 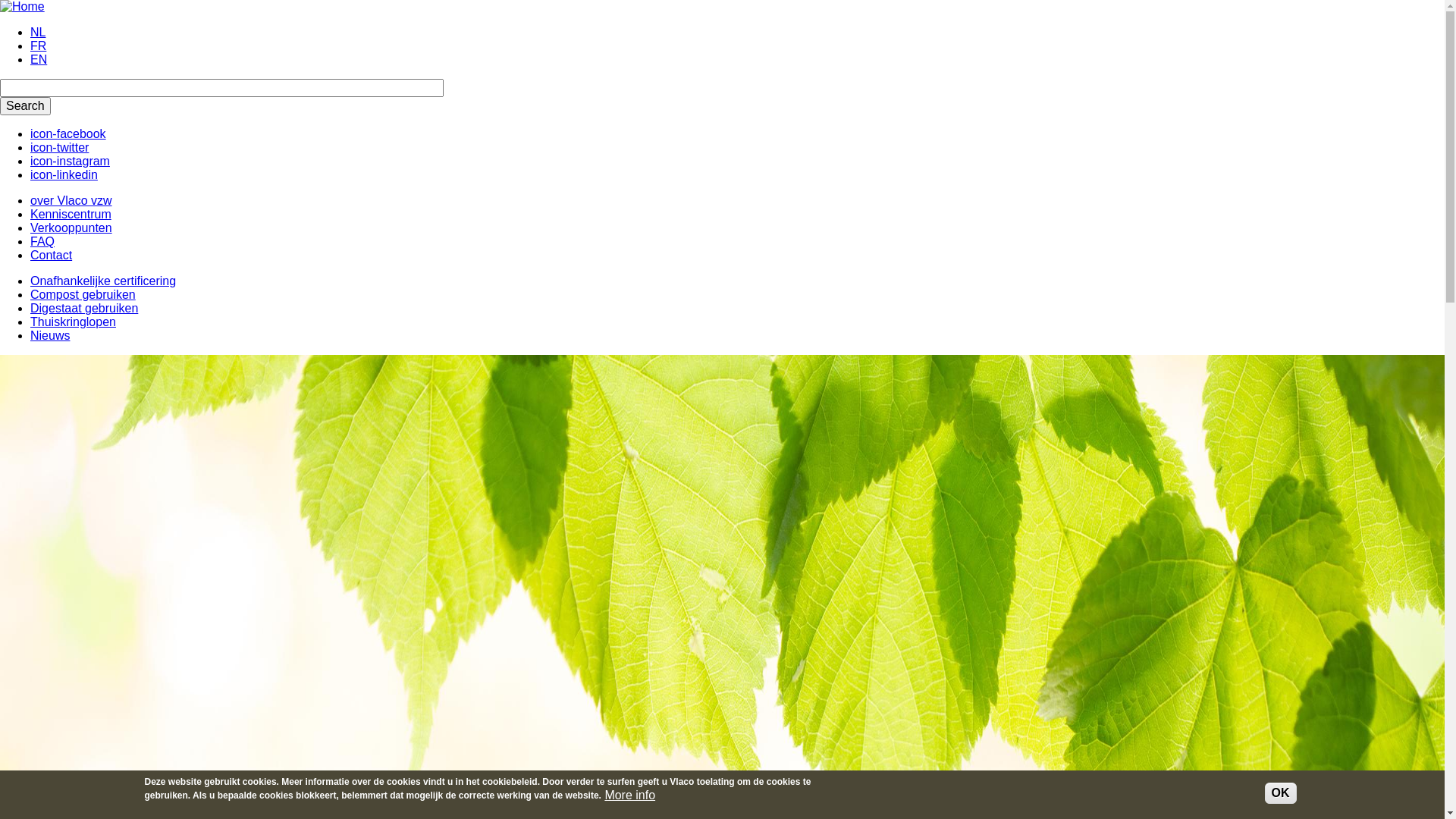 I want to click on 'Onafhankelijke certificering', so click(x=30, y=281).